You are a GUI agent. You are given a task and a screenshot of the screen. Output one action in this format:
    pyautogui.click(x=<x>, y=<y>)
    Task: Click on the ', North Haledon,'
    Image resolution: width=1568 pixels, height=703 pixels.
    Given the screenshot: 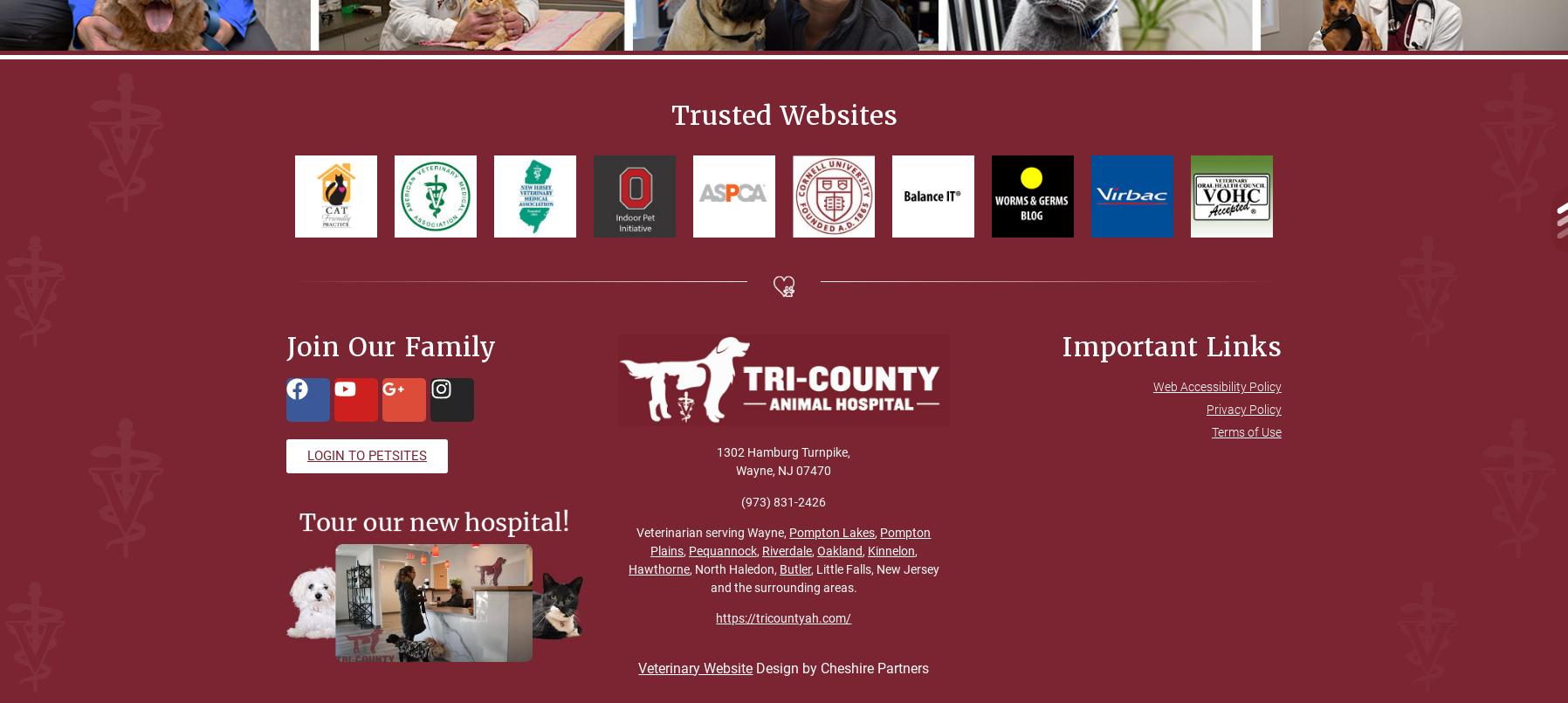 What is the action you would take?
    pyautogui.click(x=733, y=568)
    